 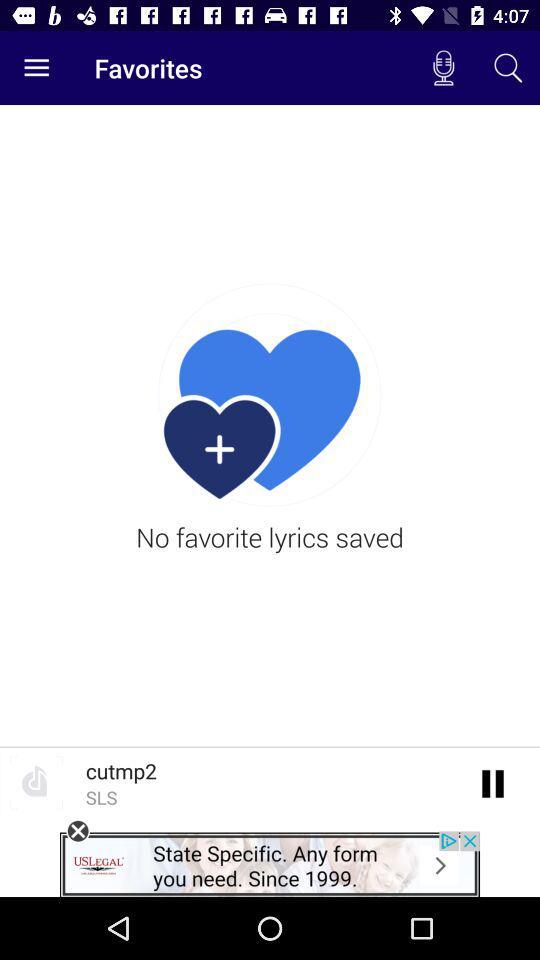 I want to click on pause, so click(x=492, y=782).